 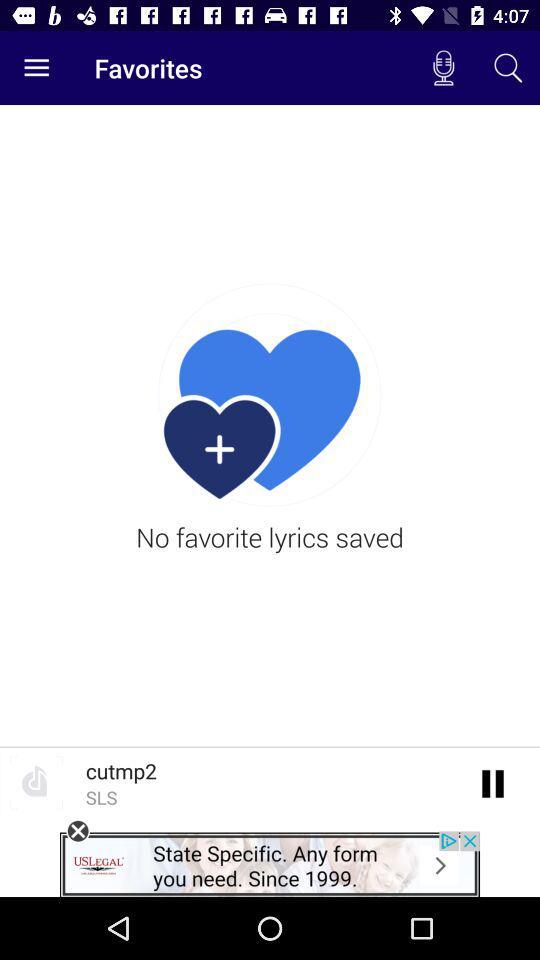 I want to click on pause, so click(x=492, y=782).